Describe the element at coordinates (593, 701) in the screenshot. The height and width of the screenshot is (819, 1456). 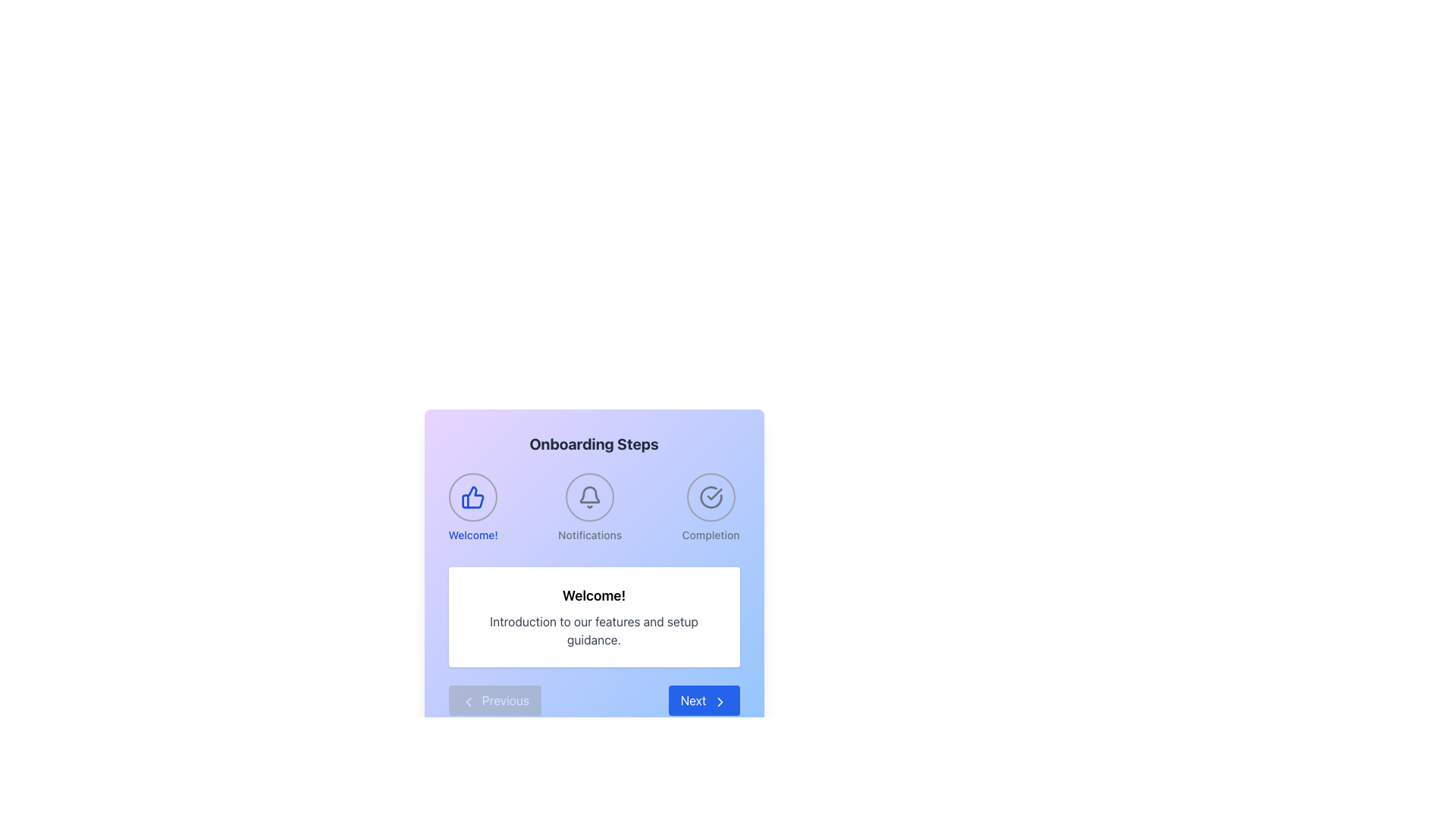
I see `the 'Next' button on the navigation bar located at the bottom of the onboarding panel to proceed` at that location.